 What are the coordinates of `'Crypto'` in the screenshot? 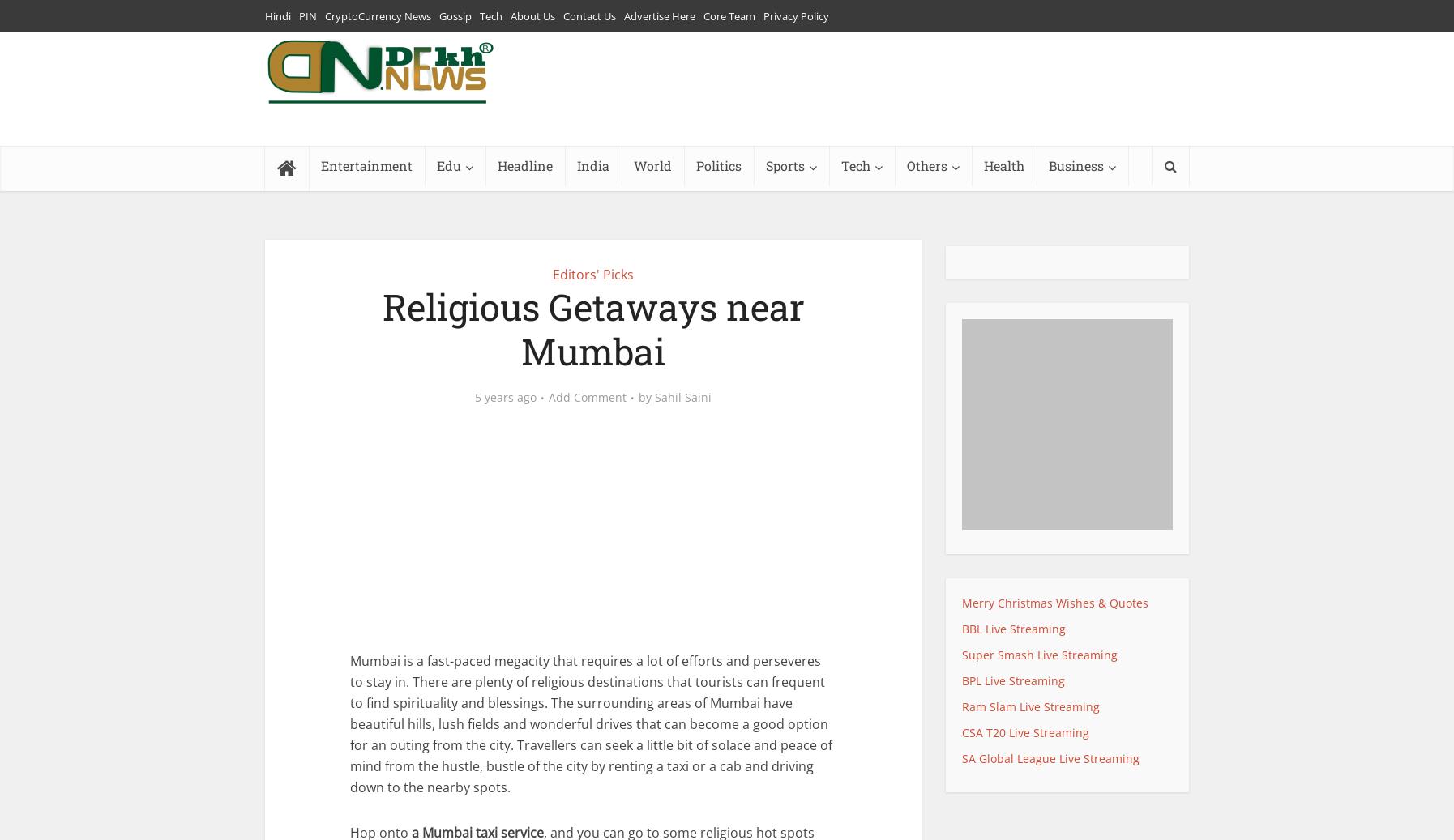 It's located at (1066, 204).